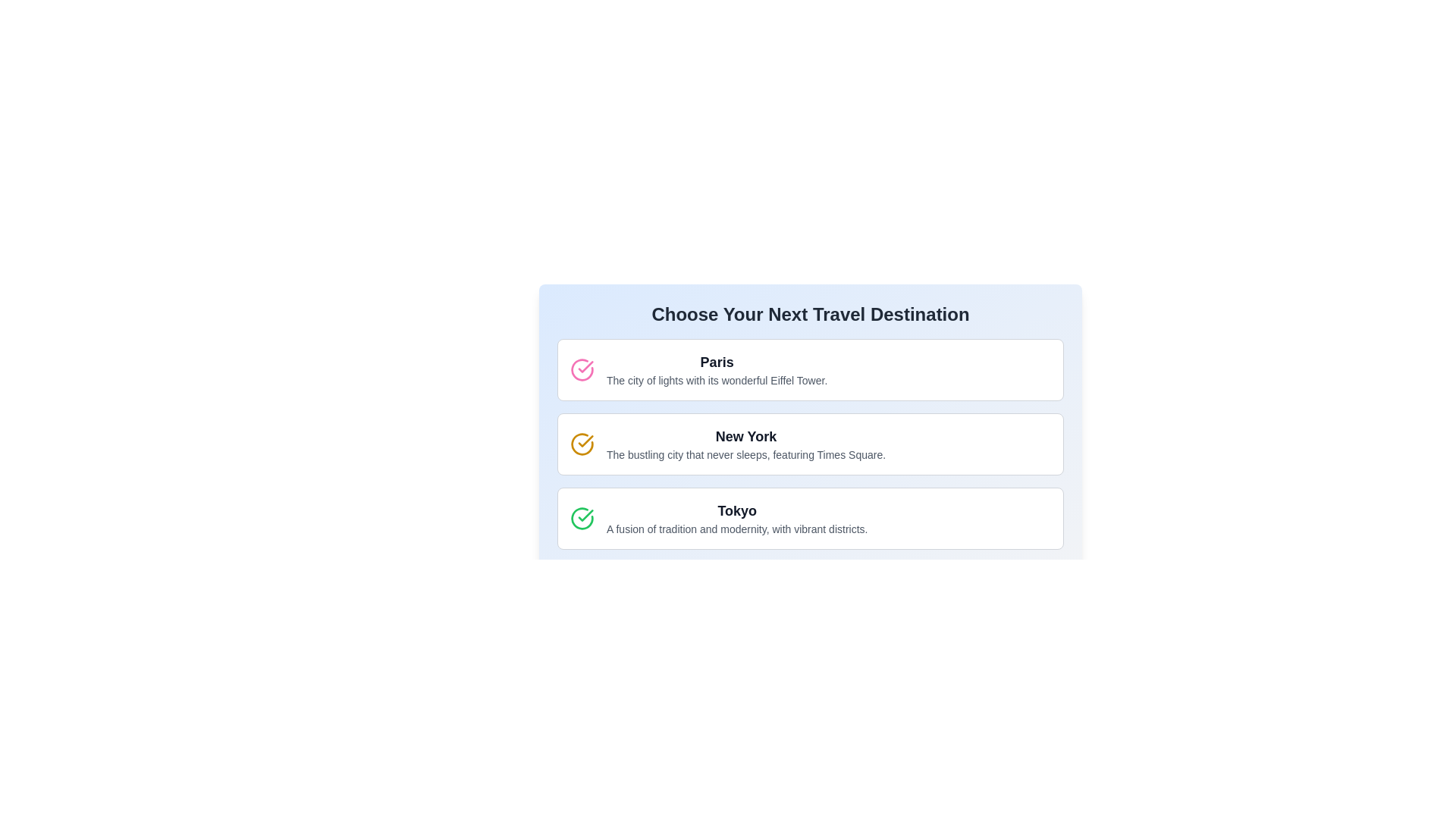 Image resolution: width=1456 pixels, height=819 pixels. What do you see at coordinates (745, 454) in the screenshot?
I see `the static text element reading 'The bustling city that never sleeps, featuring Times Square,' which is styled in gray and positioned below the title 'New York' in the second card of destination options` at bounding box center [745, 454].